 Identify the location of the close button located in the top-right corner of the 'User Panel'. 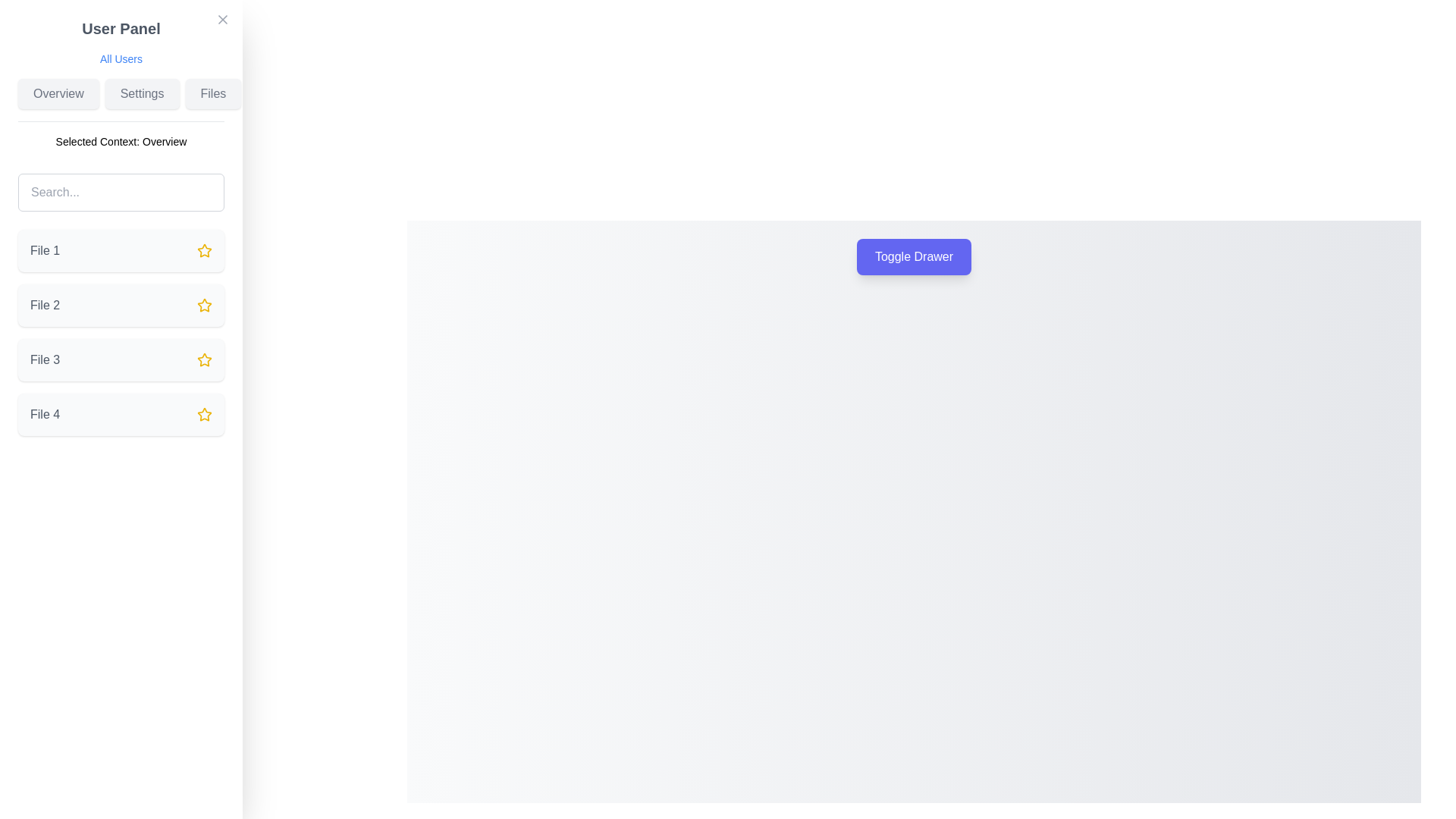
(221, 20).